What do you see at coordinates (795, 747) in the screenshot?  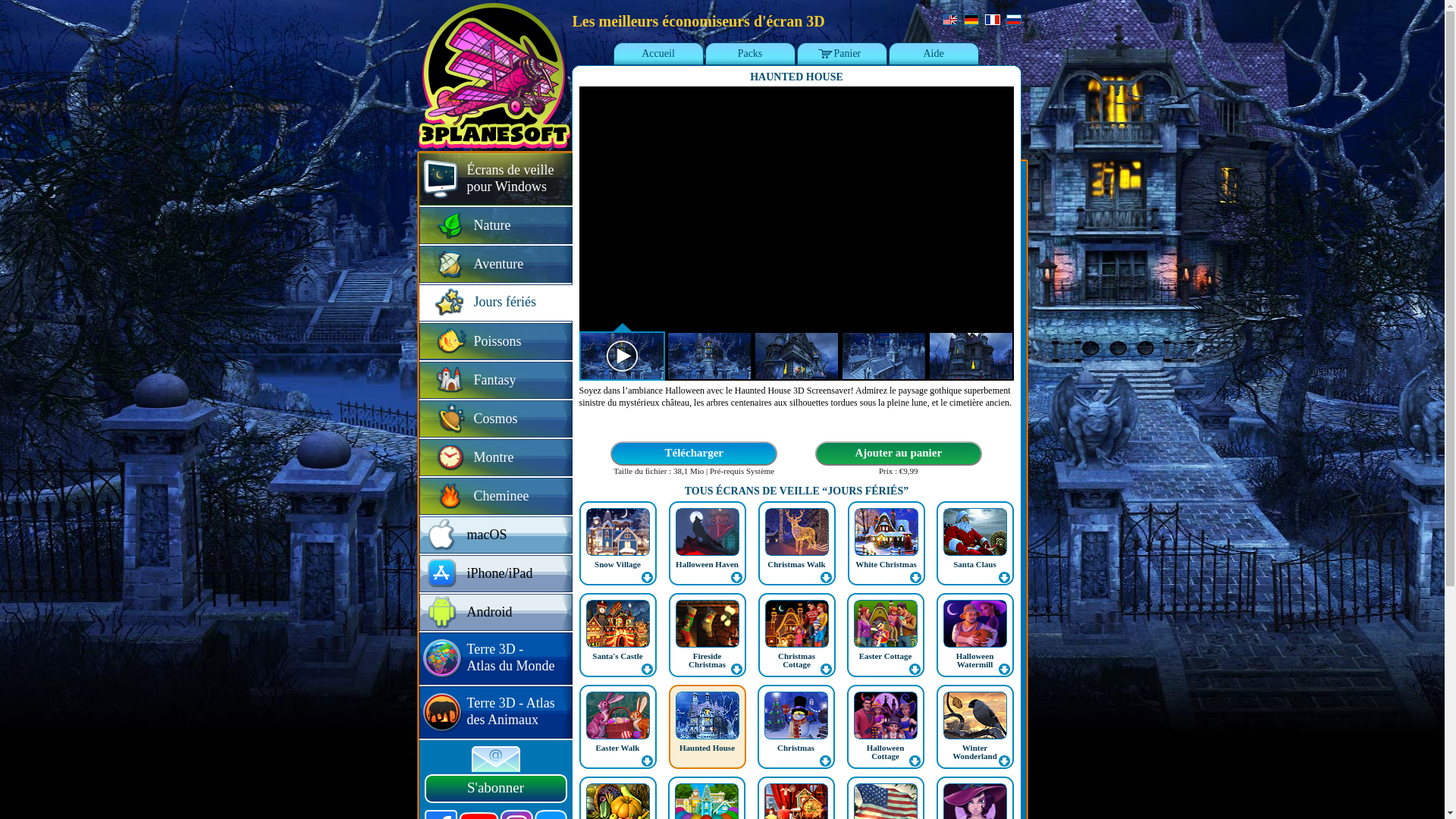 I see `'Christmas'` at bounding box center [795, 747].